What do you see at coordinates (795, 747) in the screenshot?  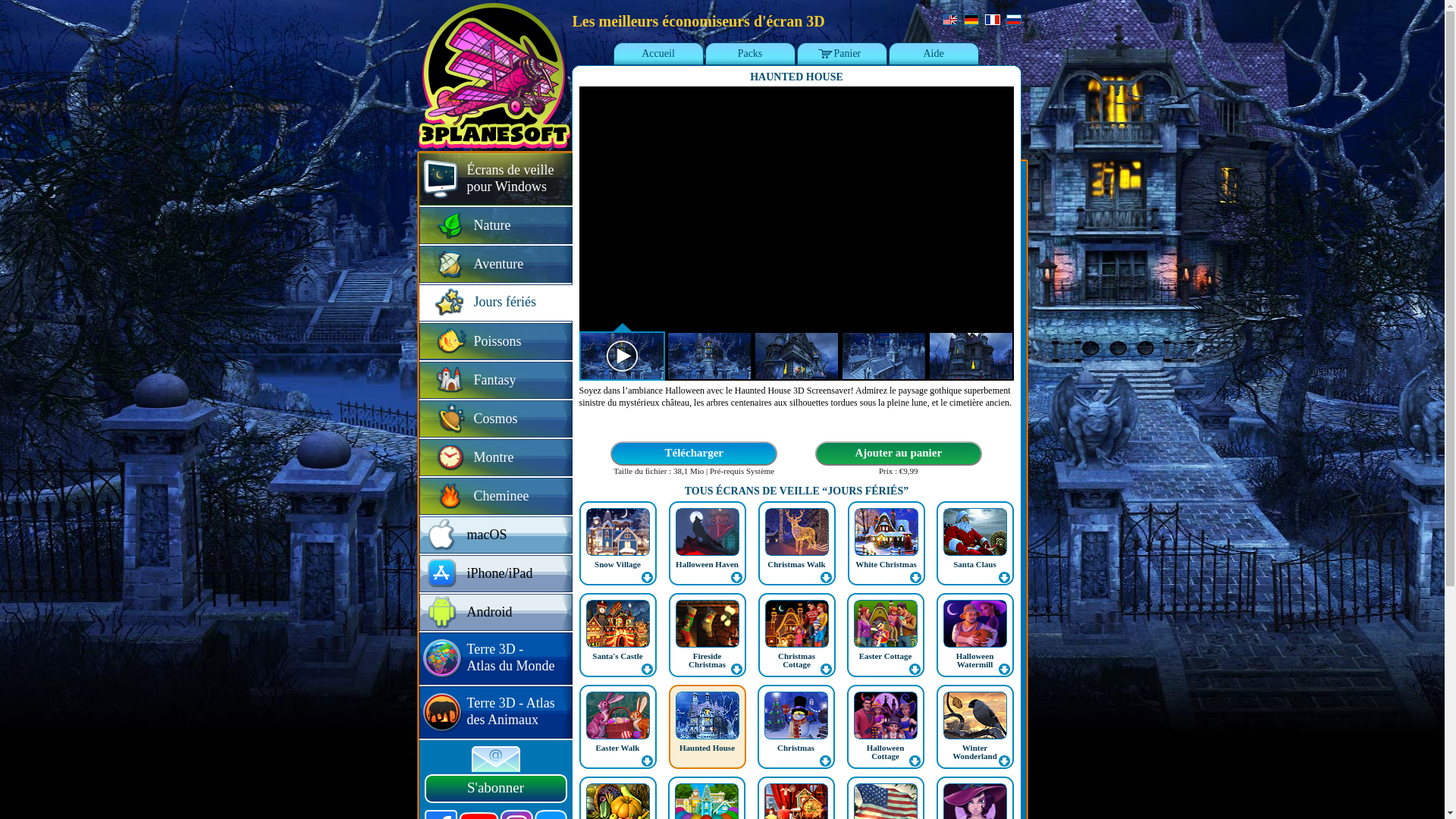 I see `'Christmas'` at bounding box center [795, 747].